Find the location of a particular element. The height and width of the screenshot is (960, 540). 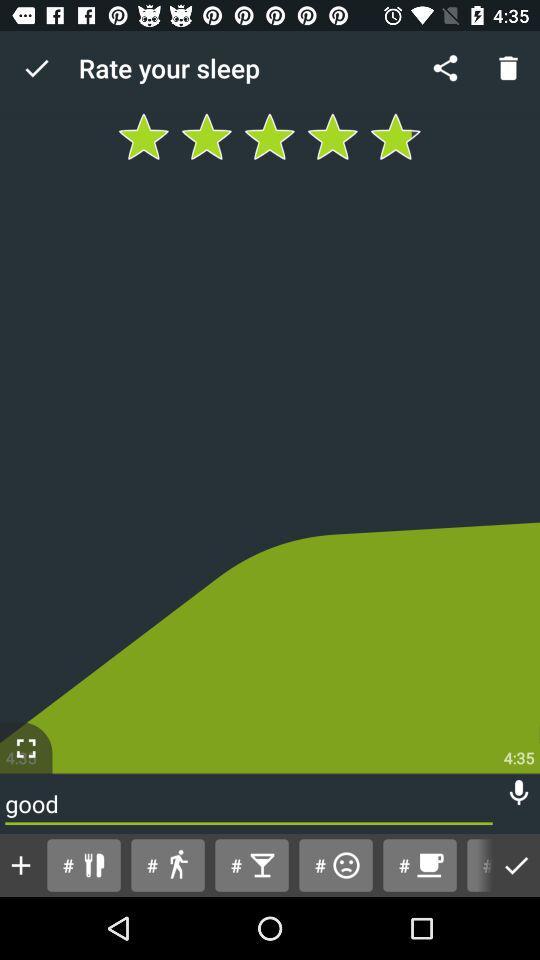

more items is located at coordinates (20, 864).